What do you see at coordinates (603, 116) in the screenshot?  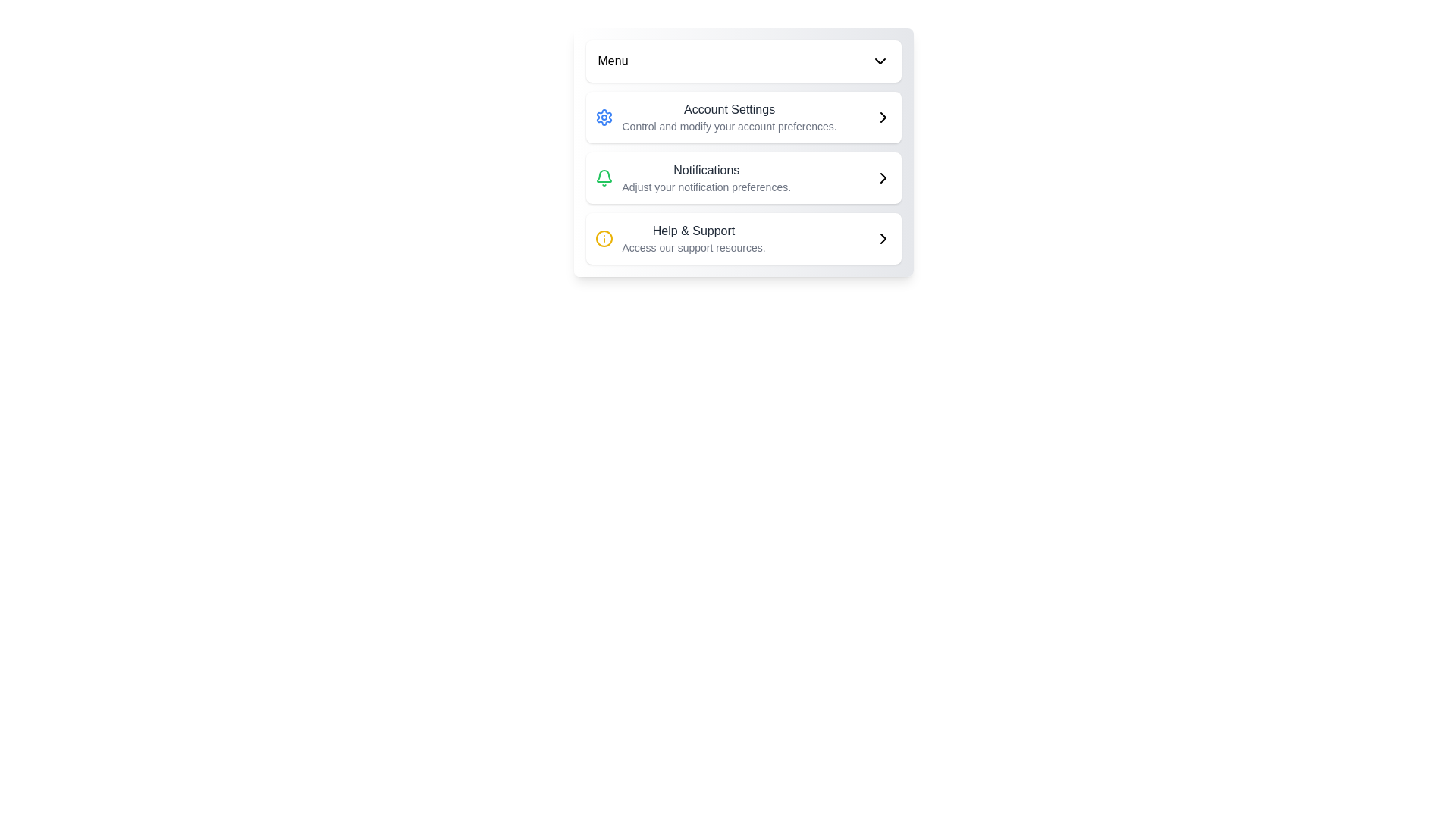 I see `the gear-shaped icon with a blue outline located next to the 'Account Settings' text` at bounding box center [603, 116].